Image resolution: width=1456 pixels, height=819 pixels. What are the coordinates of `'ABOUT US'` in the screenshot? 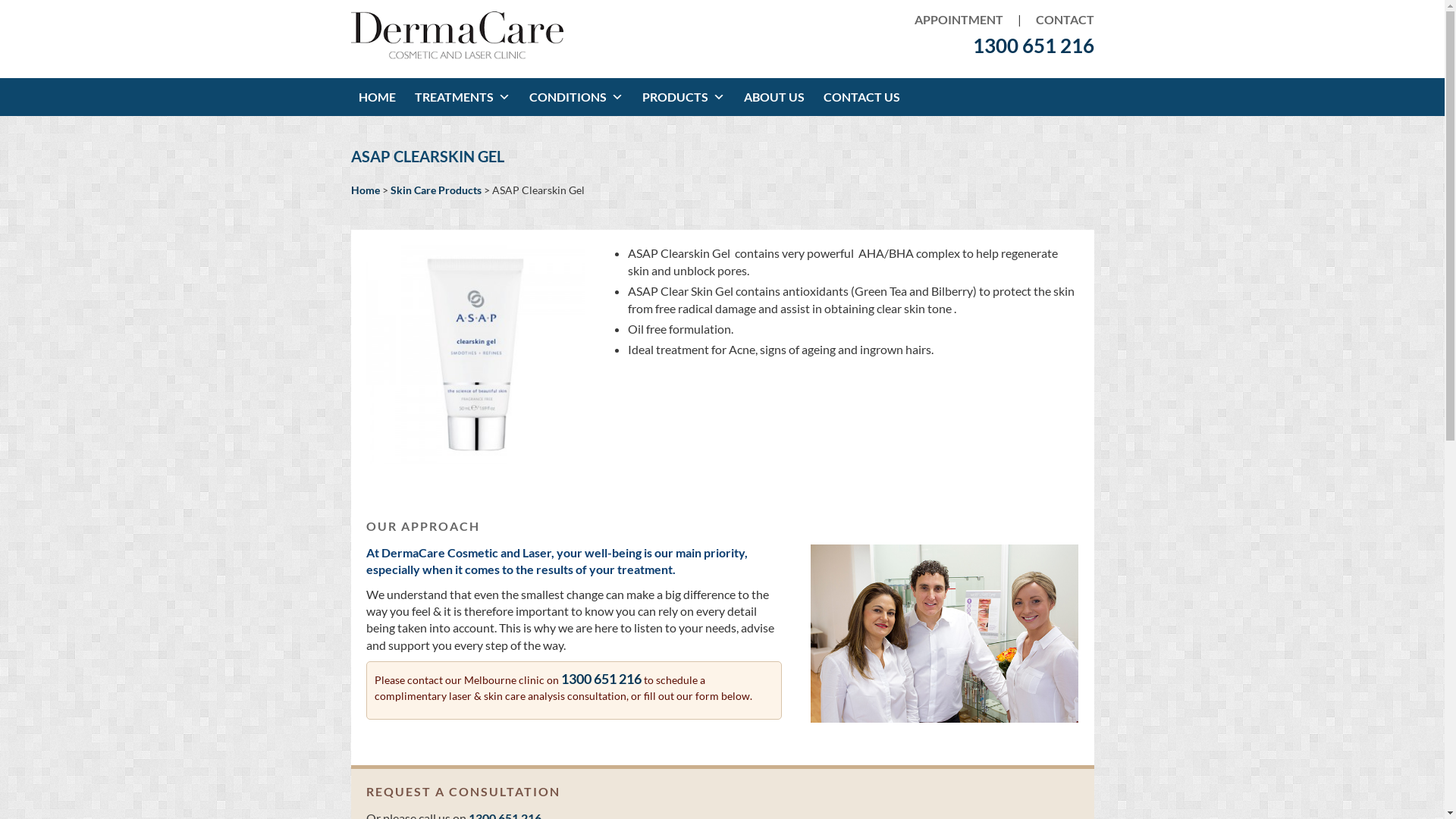 It's located at (775, 96).